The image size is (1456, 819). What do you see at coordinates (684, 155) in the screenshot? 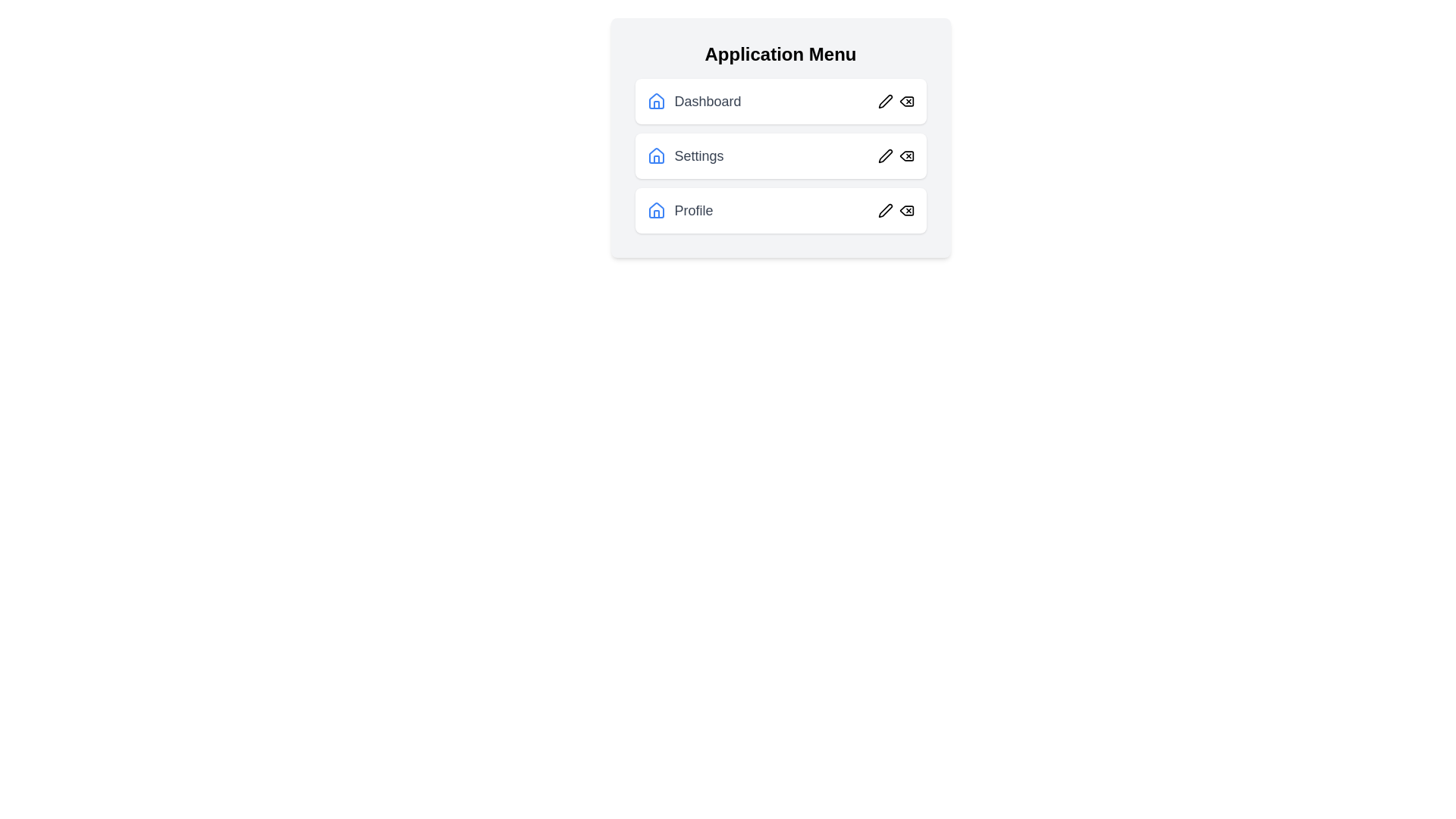
I see `the 'Settings' menu item which includes a bold gray text label and a blue house icon, positioned in the Application Menu below 'Dashboard' and above 'Profile'` at bounding box center [684, 155].